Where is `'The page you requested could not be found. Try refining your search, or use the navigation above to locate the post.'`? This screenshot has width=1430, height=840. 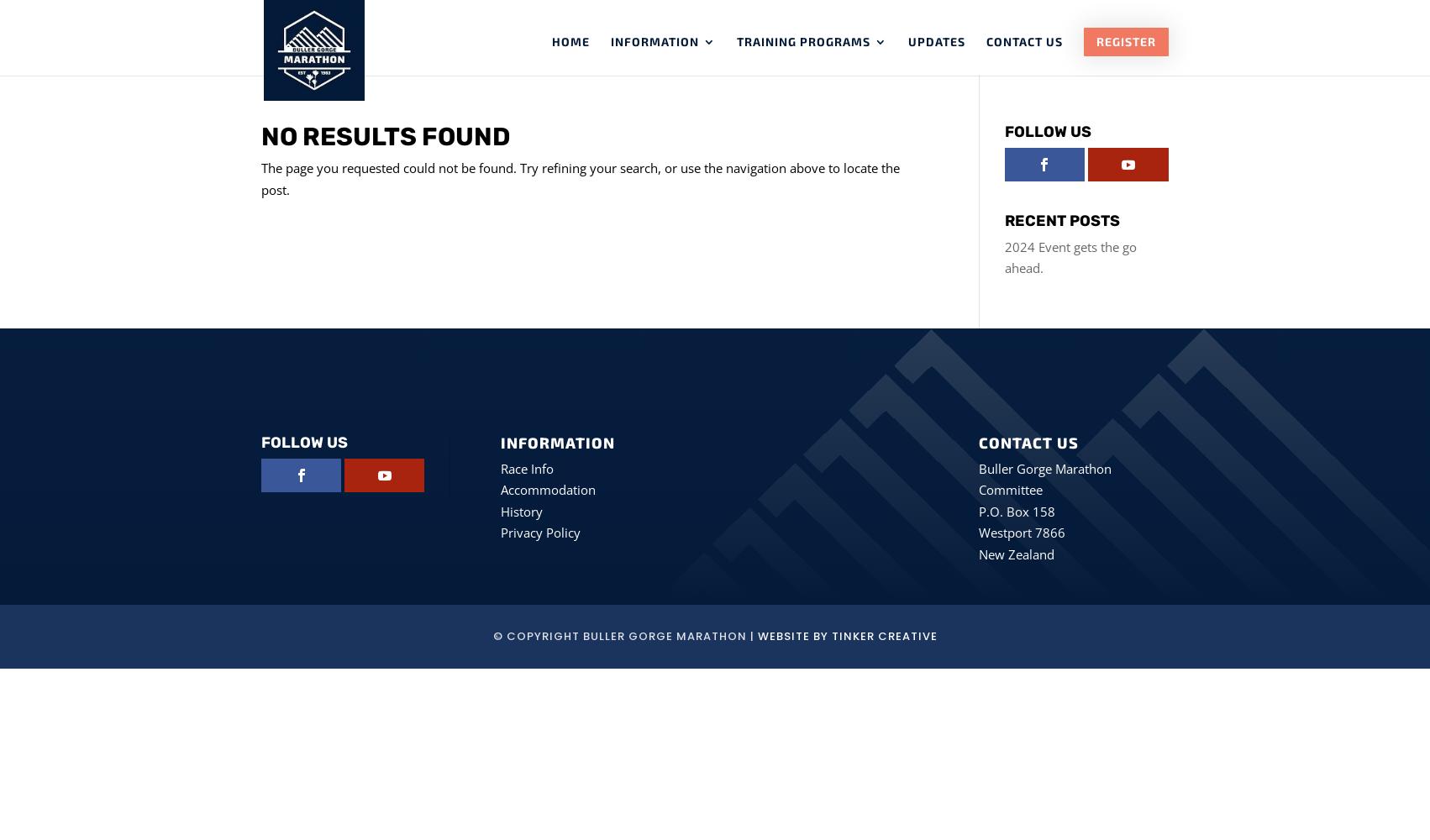
'The page you requested could not be found. Try refining your search, or use the navigation above to locate the post.' is located at coordinates (260, 177).